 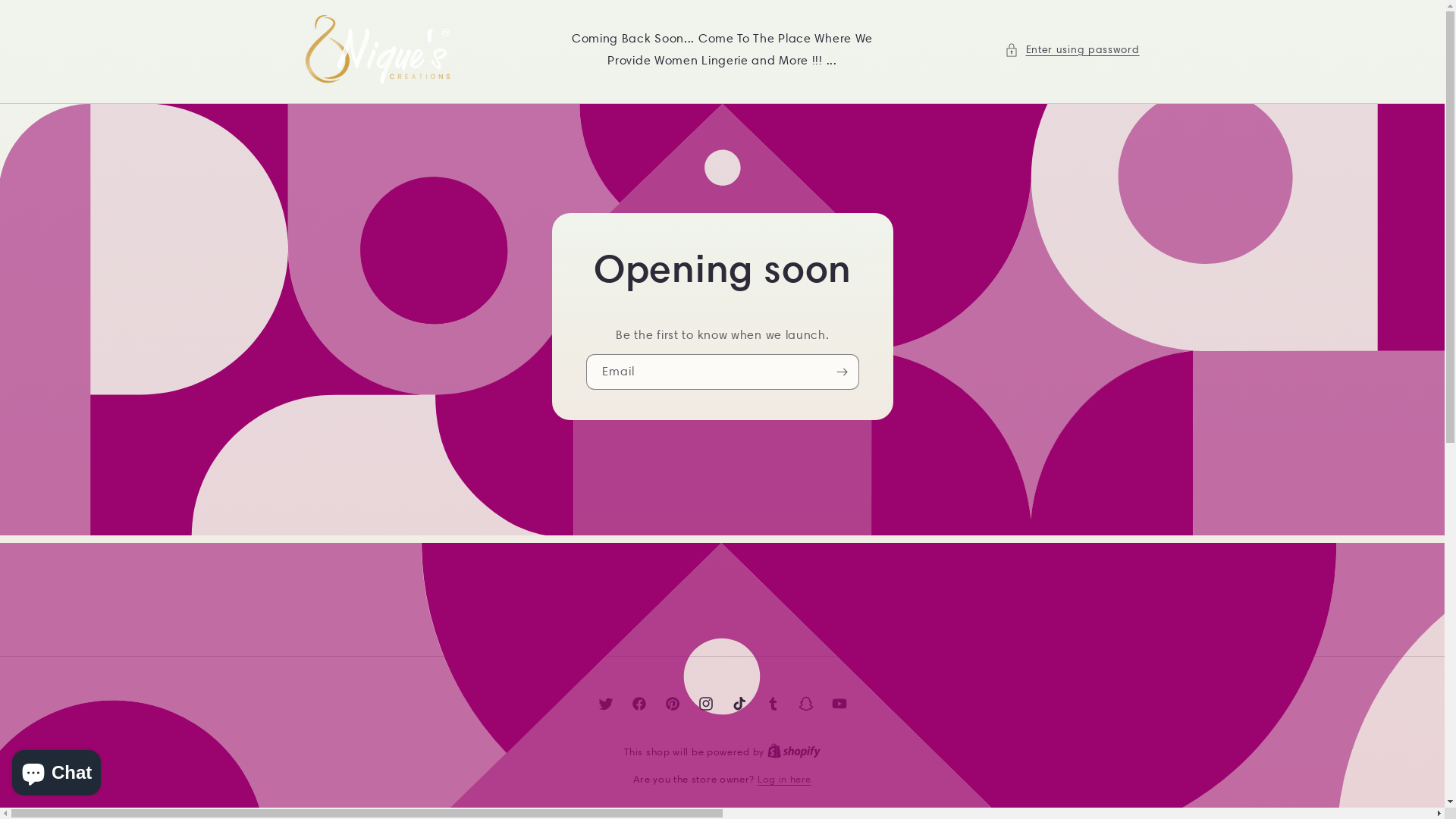 I want to click on 'Snapchat', so click(x=804, y=704).